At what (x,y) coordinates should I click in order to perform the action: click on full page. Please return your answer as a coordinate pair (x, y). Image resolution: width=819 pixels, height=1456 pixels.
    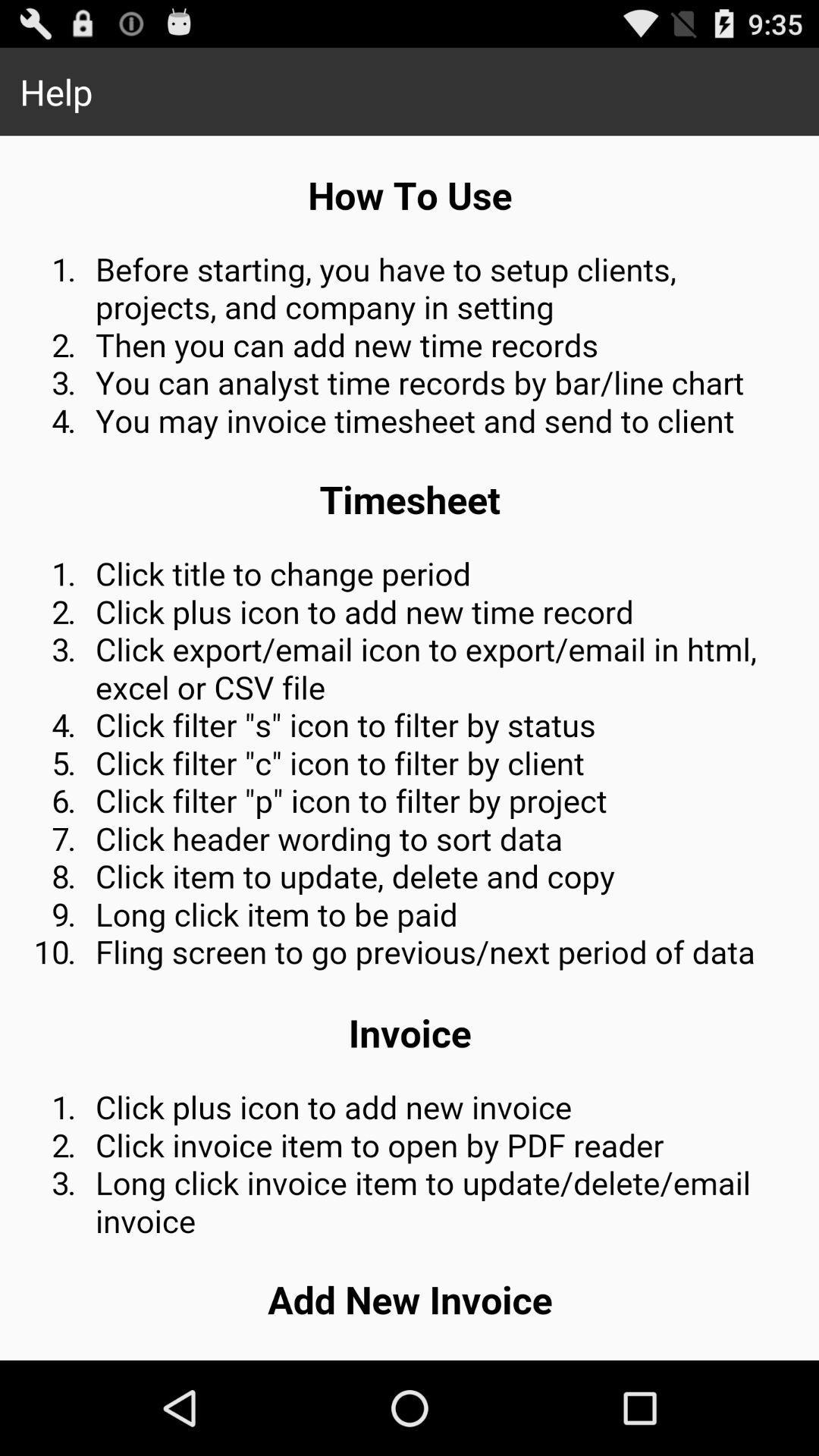
    Looking at the image, I should click on (409, 748).